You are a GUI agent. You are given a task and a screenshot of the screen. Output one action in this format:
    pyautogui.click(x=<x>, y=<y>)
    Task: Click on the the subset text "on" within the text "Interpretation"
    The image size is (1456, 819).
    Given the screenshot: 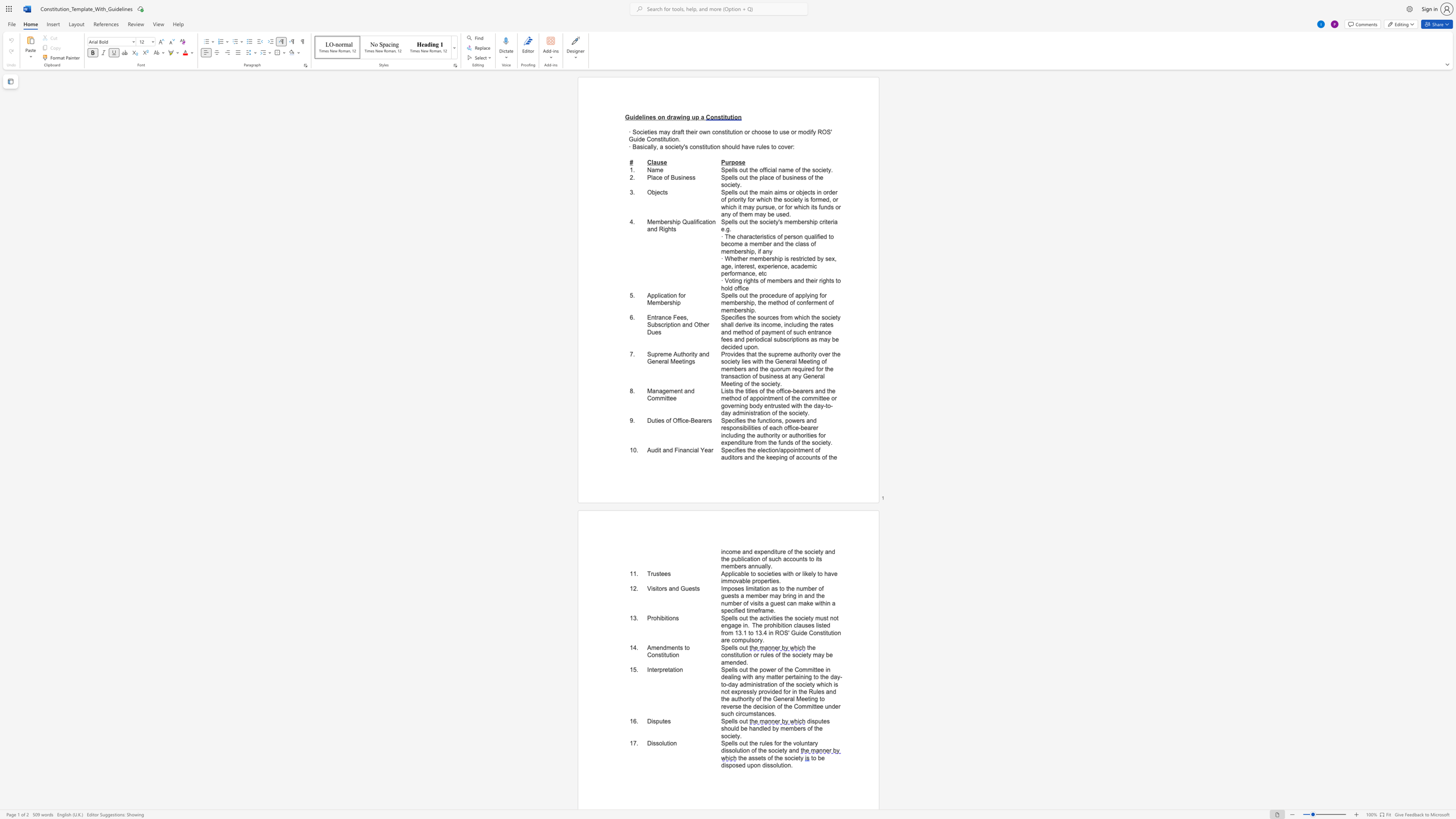 What is the action you would take?
    pyautogui.click(x=676, y=669)
    